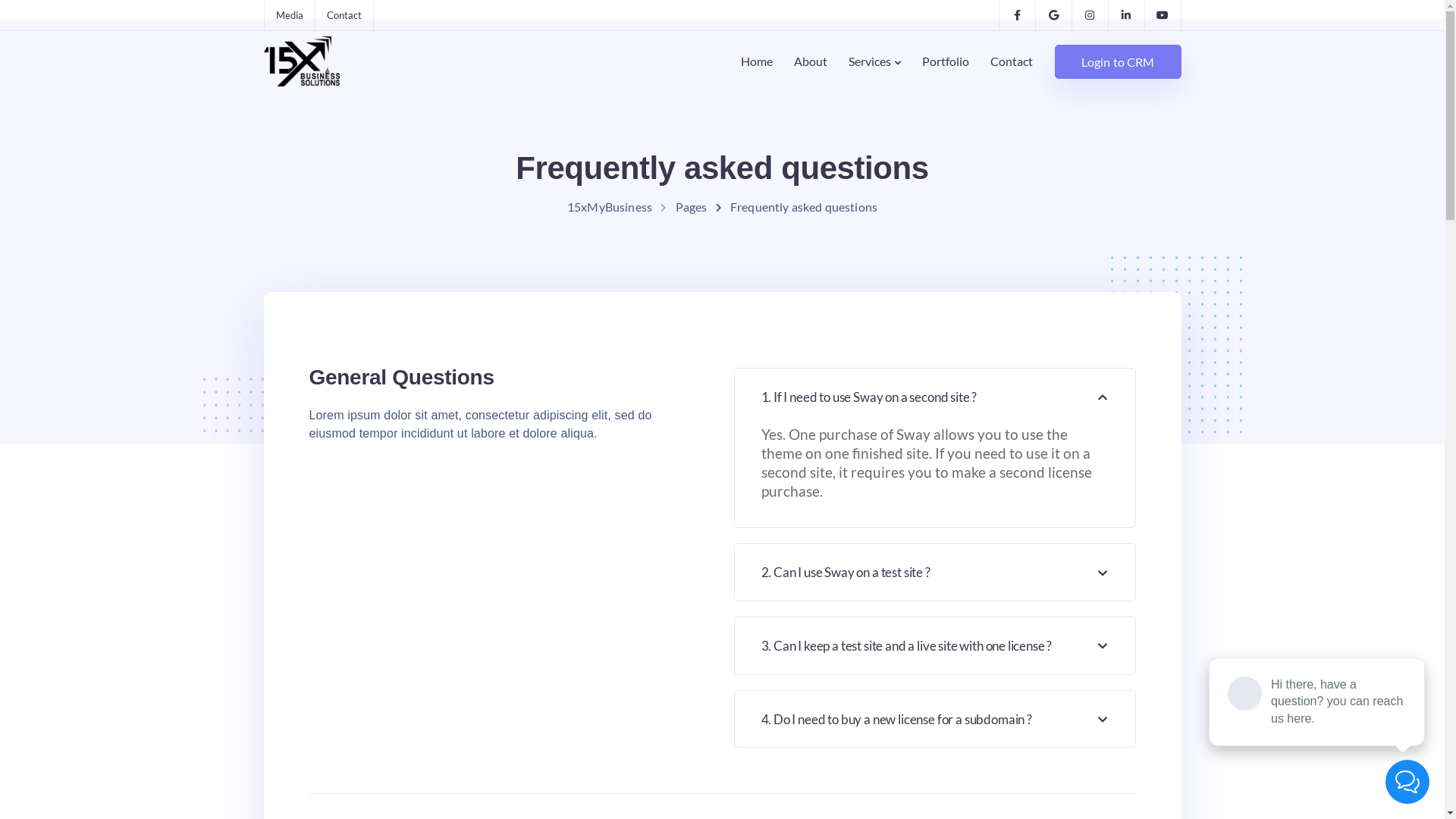  What do you see at coordinates (830, 666) in the screenshot?
I see `'SEO Analyzer'` at bounding box center [830, 666].